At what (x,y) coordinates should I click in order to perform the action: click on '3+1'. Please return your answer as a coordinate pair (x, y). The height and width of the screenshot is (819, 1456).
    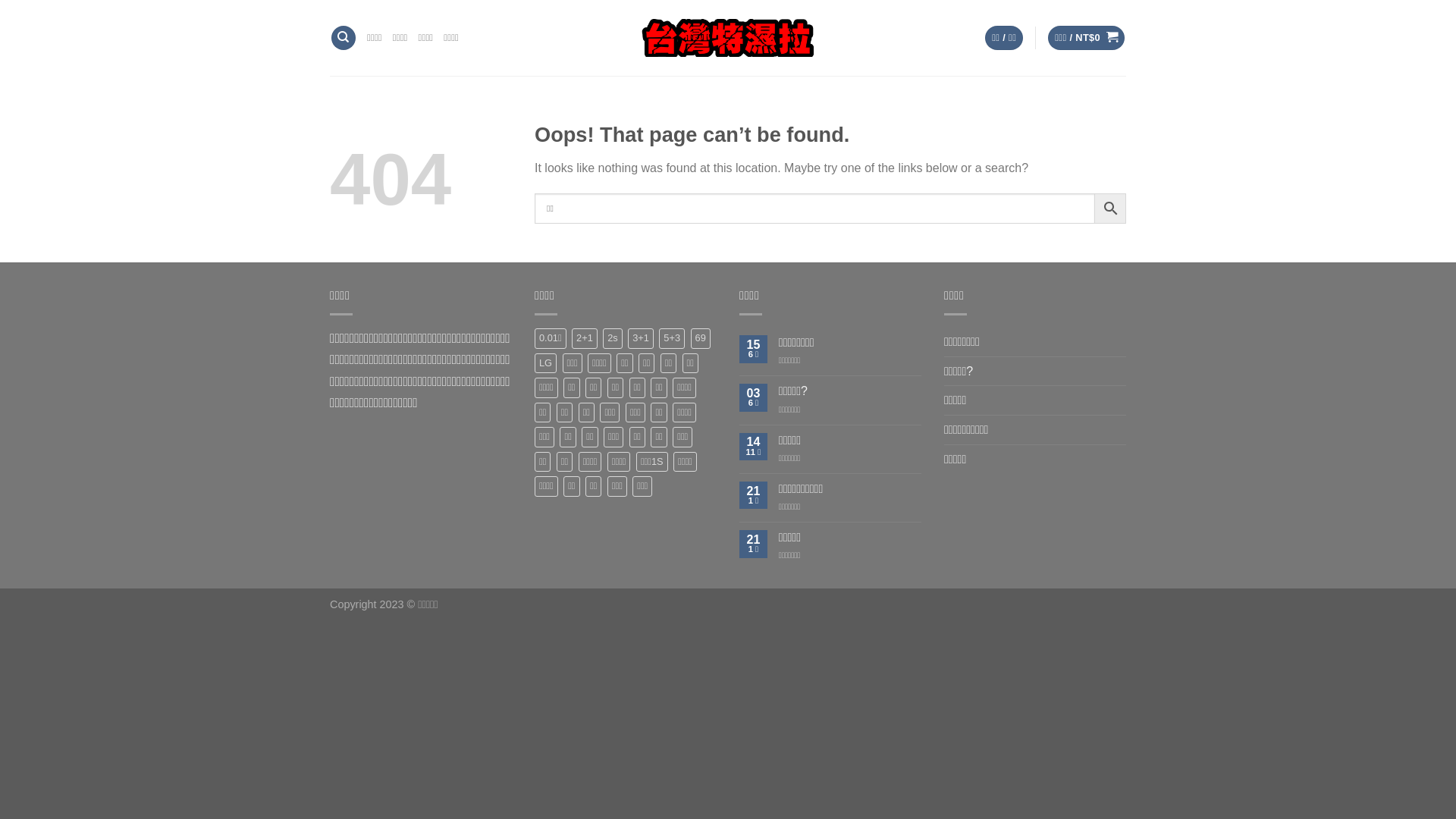
    Looking at the image, I should click on (640, 337).